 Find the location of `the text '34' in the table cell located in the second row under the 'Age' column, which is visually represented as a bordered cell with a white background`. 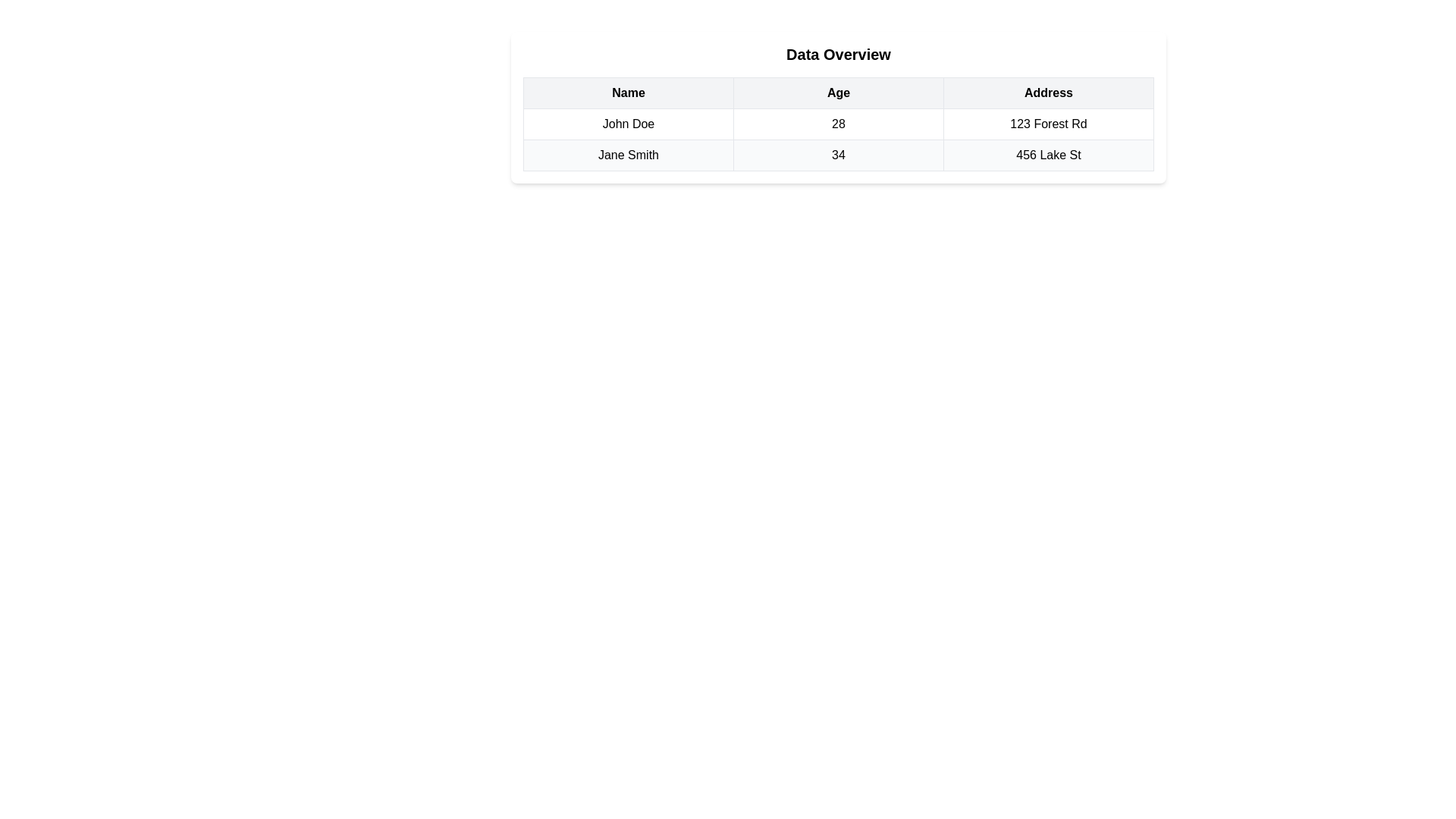

the text '34' in the table cell located in the second row under the 'Age' column, which is visually represented as a bordered cell with a white background is located at coordinates (837, 155).